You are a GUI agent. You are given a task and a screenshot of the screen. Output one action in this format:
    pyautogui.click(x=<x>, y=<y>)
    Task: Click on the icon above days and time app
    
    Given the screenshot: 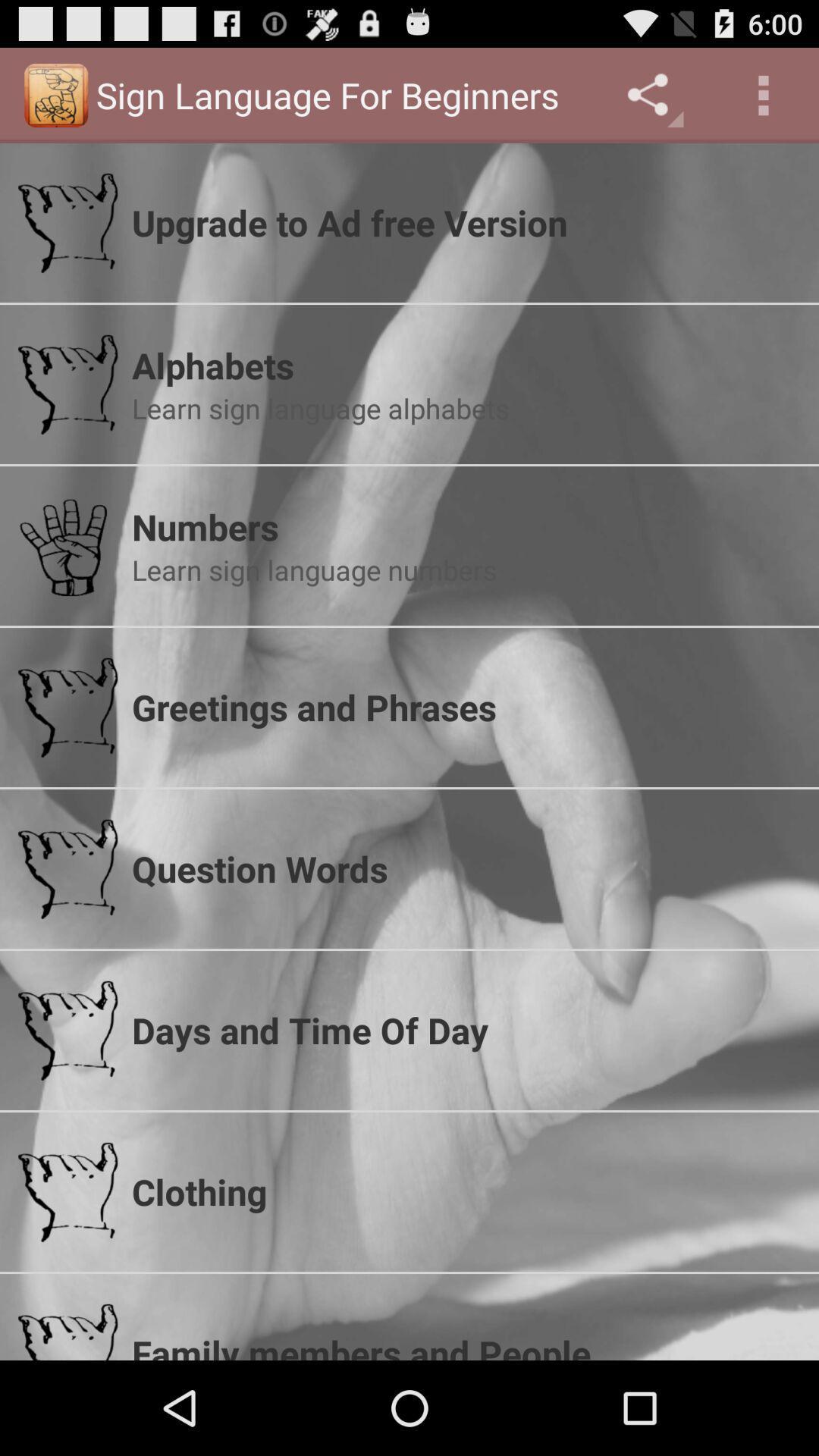 What is the action you would take?
    pyautogui.click(x=465, y=868)
    